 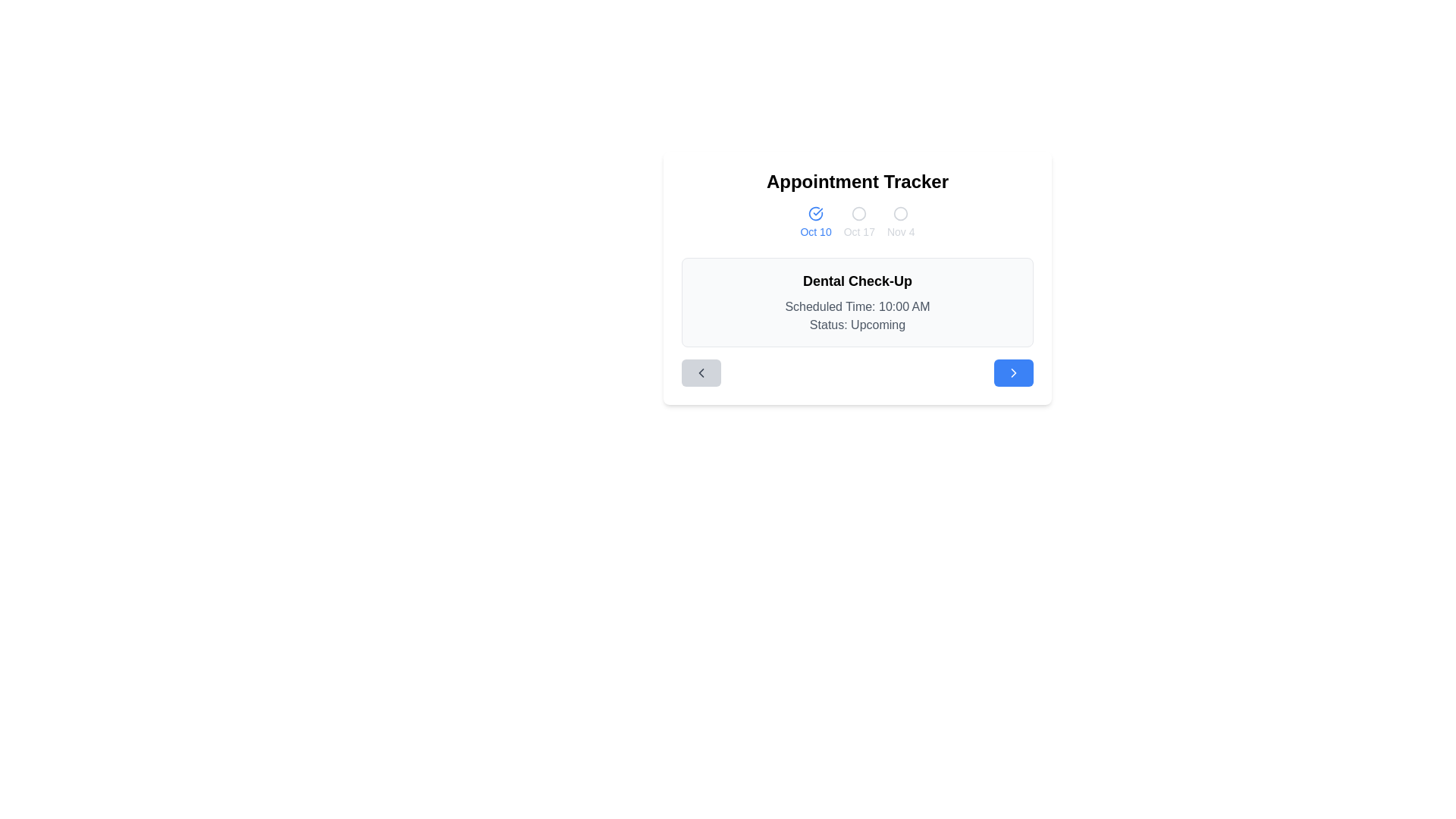 What do you see at coordinates (858, 278) in the screenshot?
I see `text displayed within the 'Appointment Tracker' card, which includes the event titled 'Dental Check-Up', the scheduled time '10:00 AM', and the status 'Upcoming'` at bounding box center [858, 278].